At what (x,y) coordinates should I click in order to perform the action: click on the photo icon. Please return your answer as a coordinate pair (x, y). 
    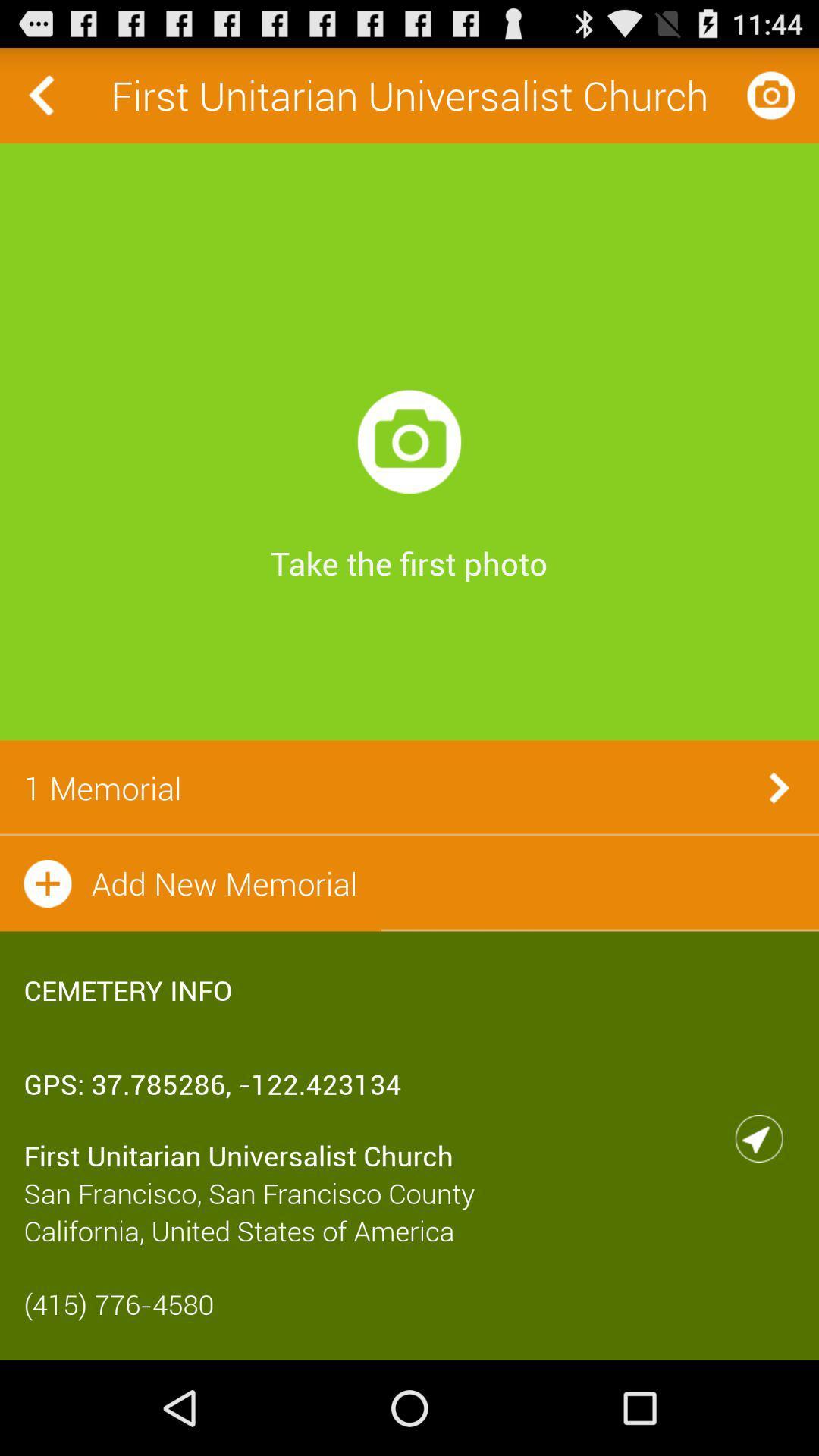
    Looking at the image, I should click on (409, 472).